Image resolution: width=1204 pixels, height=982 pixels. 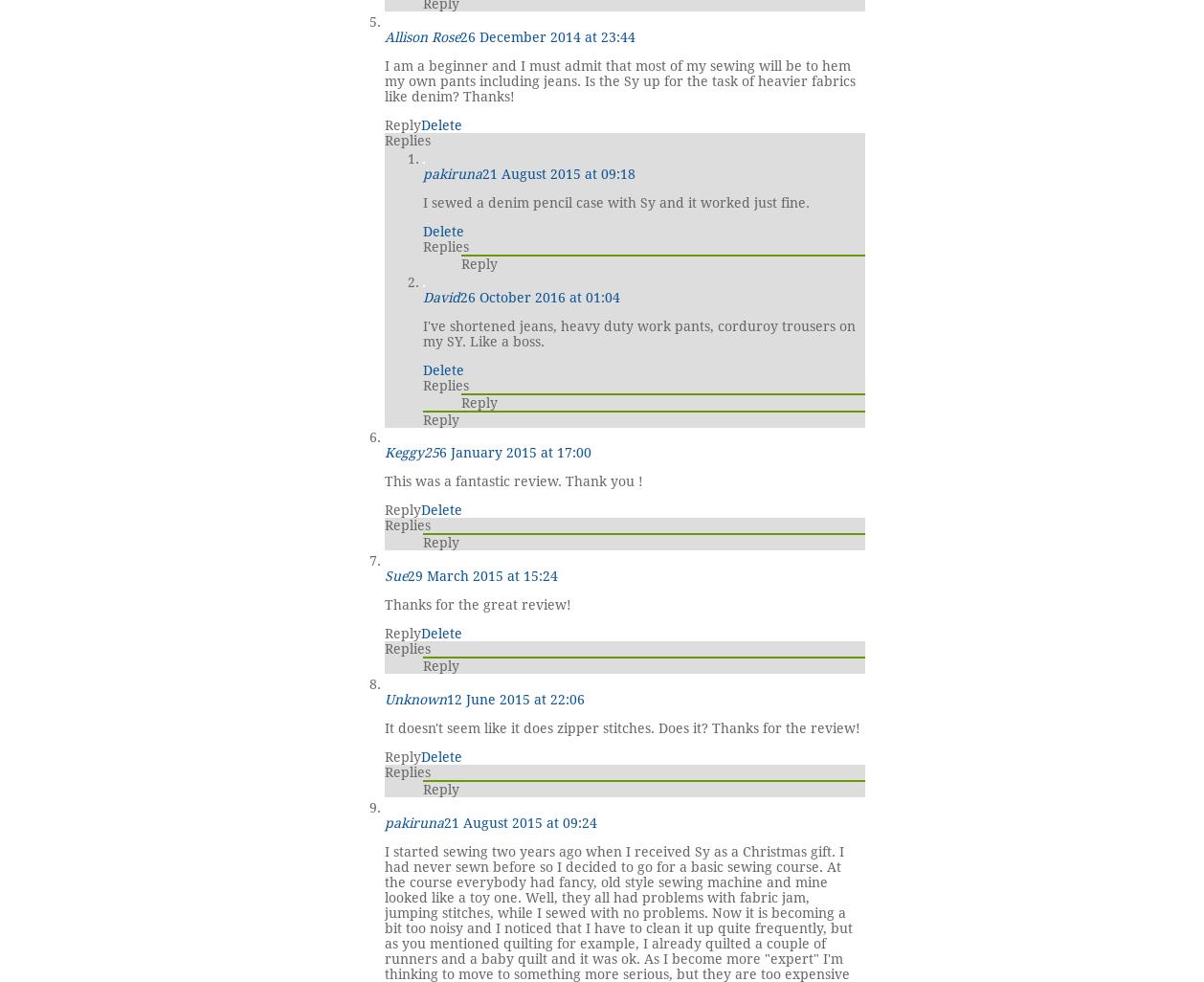 I want to click on 'Unknown', so click(x=414, y=698).